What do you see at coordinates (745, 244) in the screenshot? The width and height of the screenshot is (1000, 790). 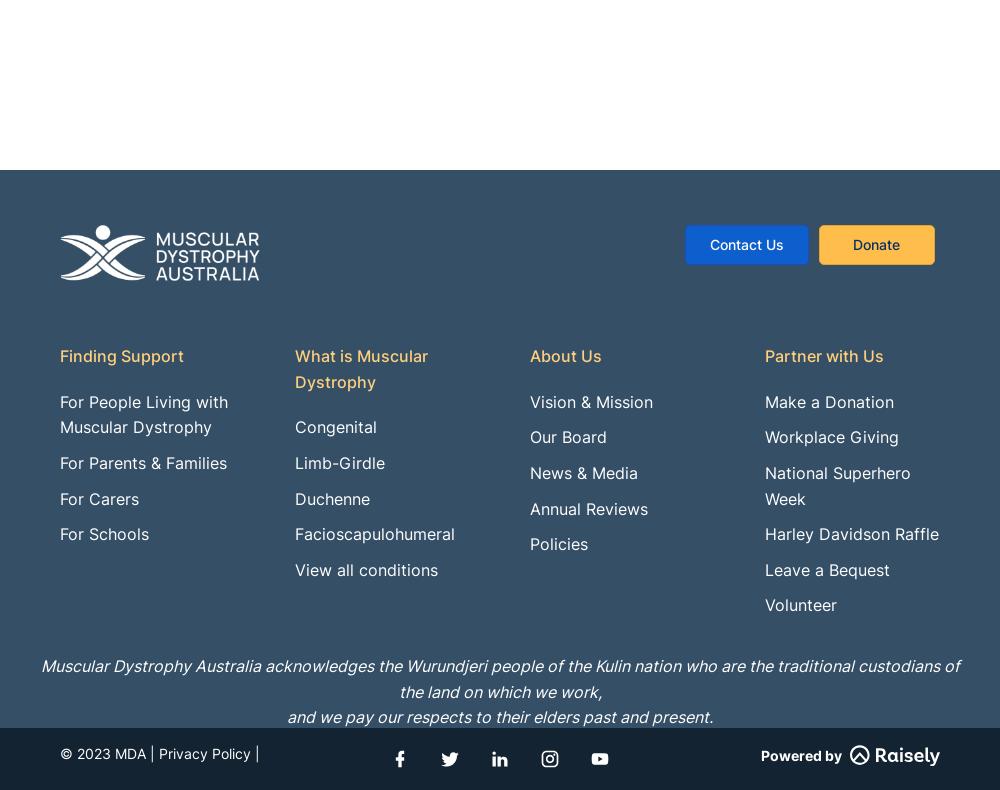 I see `'Contact Us'` at bounding box center [745, 244].